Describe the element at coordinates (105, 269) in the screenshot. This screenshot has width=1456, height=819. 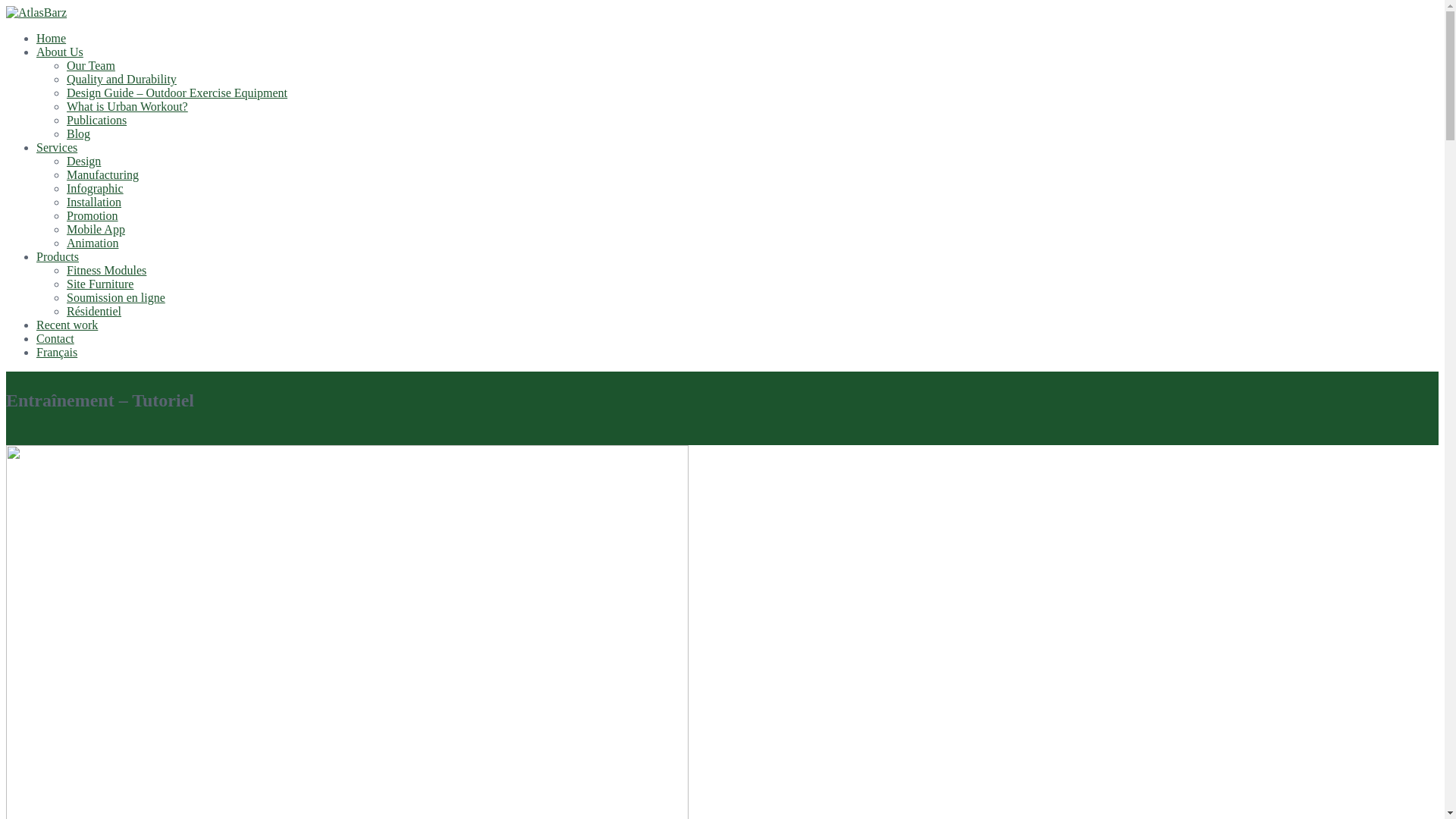
I see `'Fitness Modules'` at that location.